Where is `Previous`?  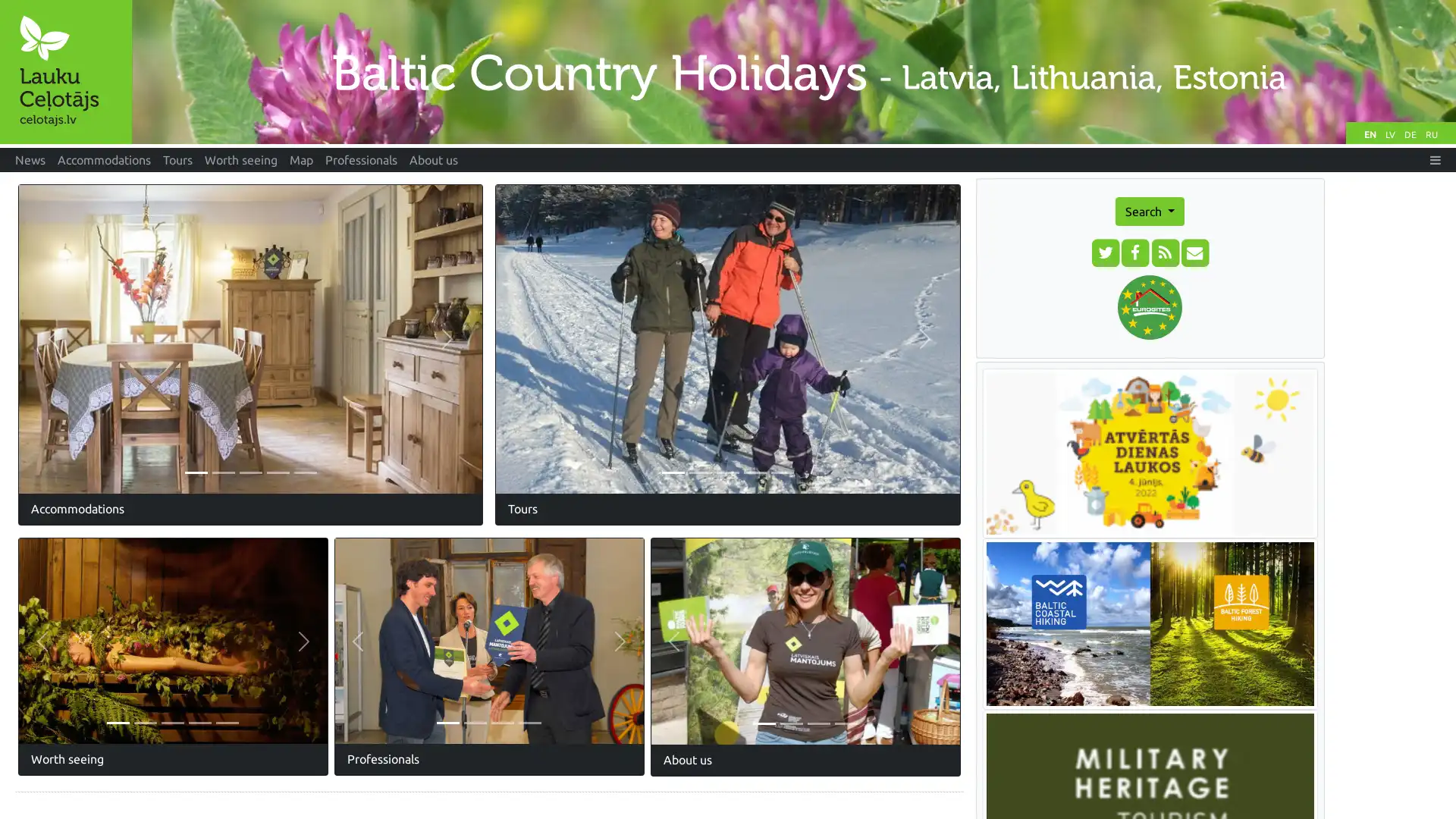 Previous is located at coordinates (42, 641).